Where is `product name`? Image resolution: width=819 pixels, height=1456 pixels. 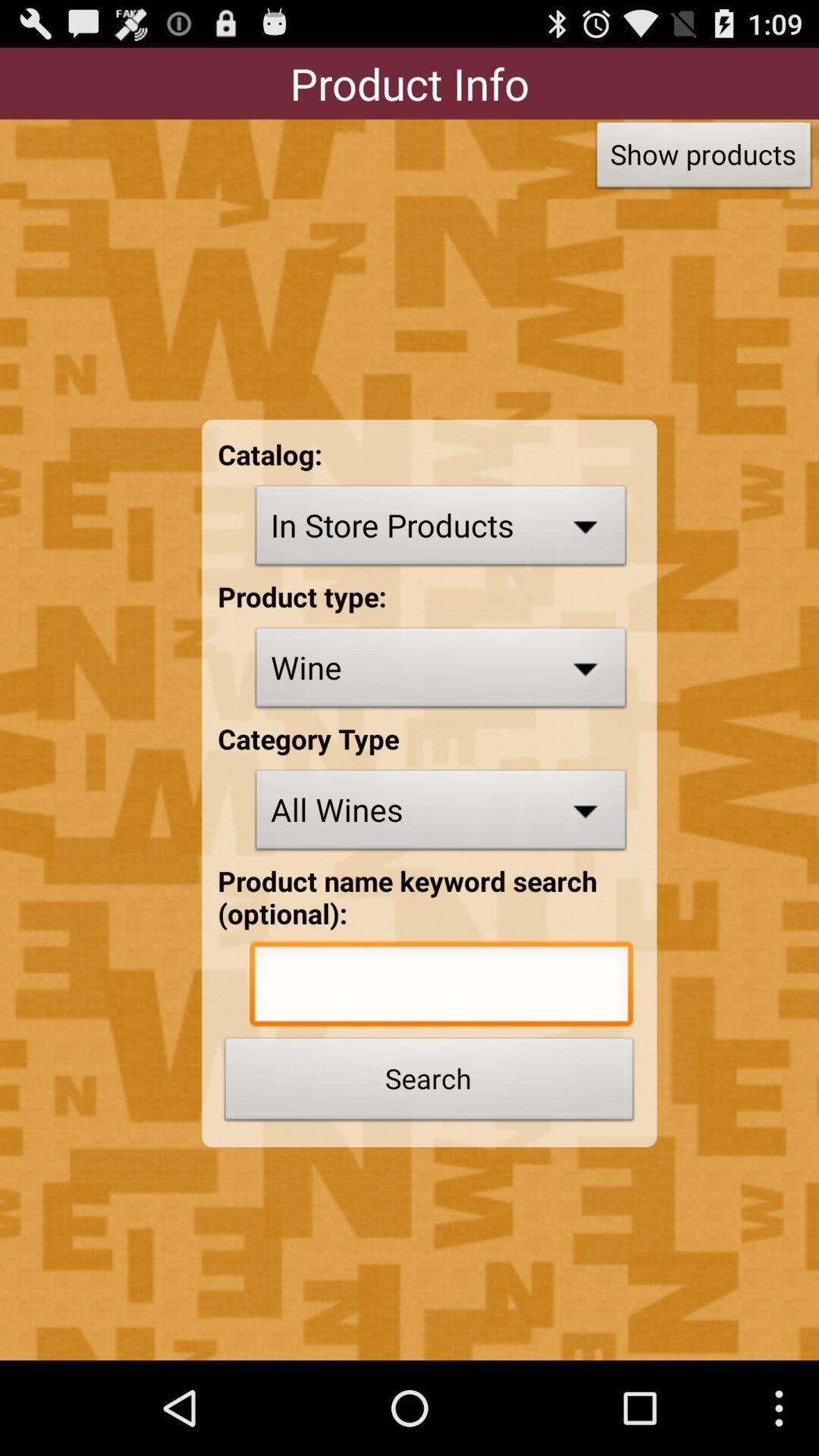
product name is located at coordinates (441, 987).